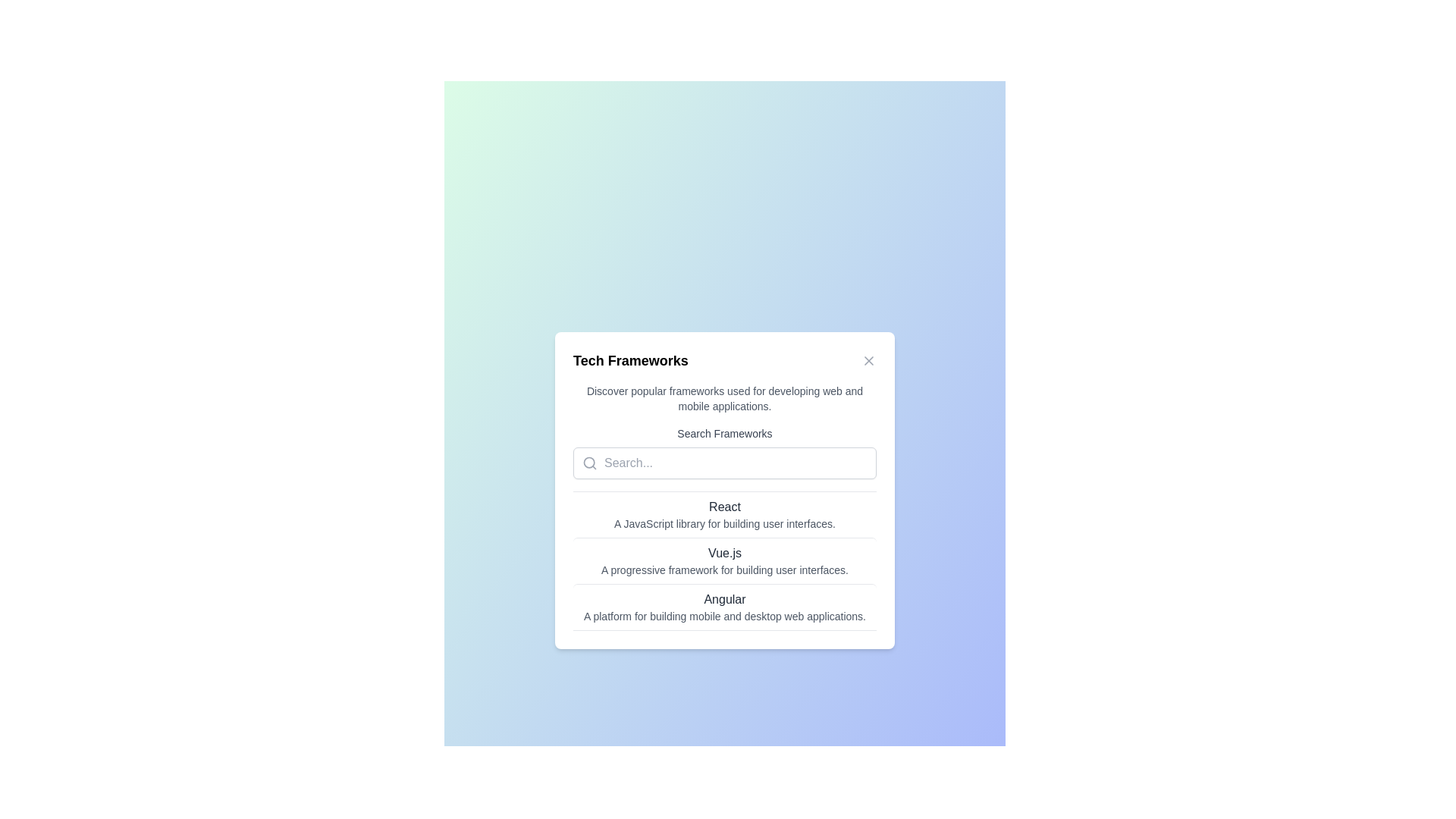 The image size is (1456, 819). Describe the element at coordinates (723, 397) in the screenshot. I see `text block element displaying 'Discover popular frameworks used for developing web and mobile applications.' which is located within the 'Tech Frameworks' card, positioned below the title and above the search label` at that location.